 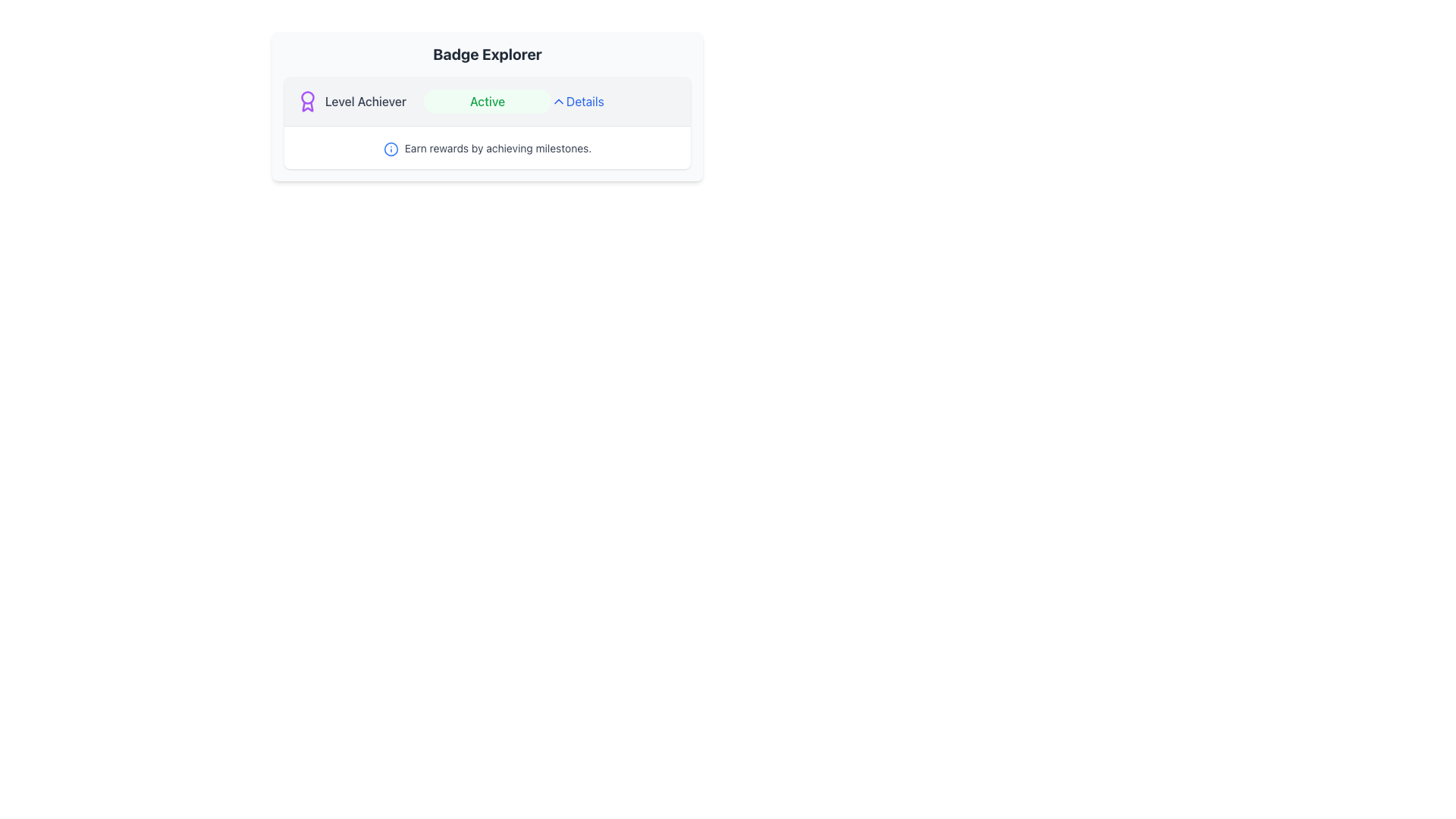 I want to click on informational text located at the bottom of the 'Badge Explorer' card, centered horizontally and positioned below the headings 'Level Achiever,' 'Active,' and 'Details.', so click(x=488, y=147).